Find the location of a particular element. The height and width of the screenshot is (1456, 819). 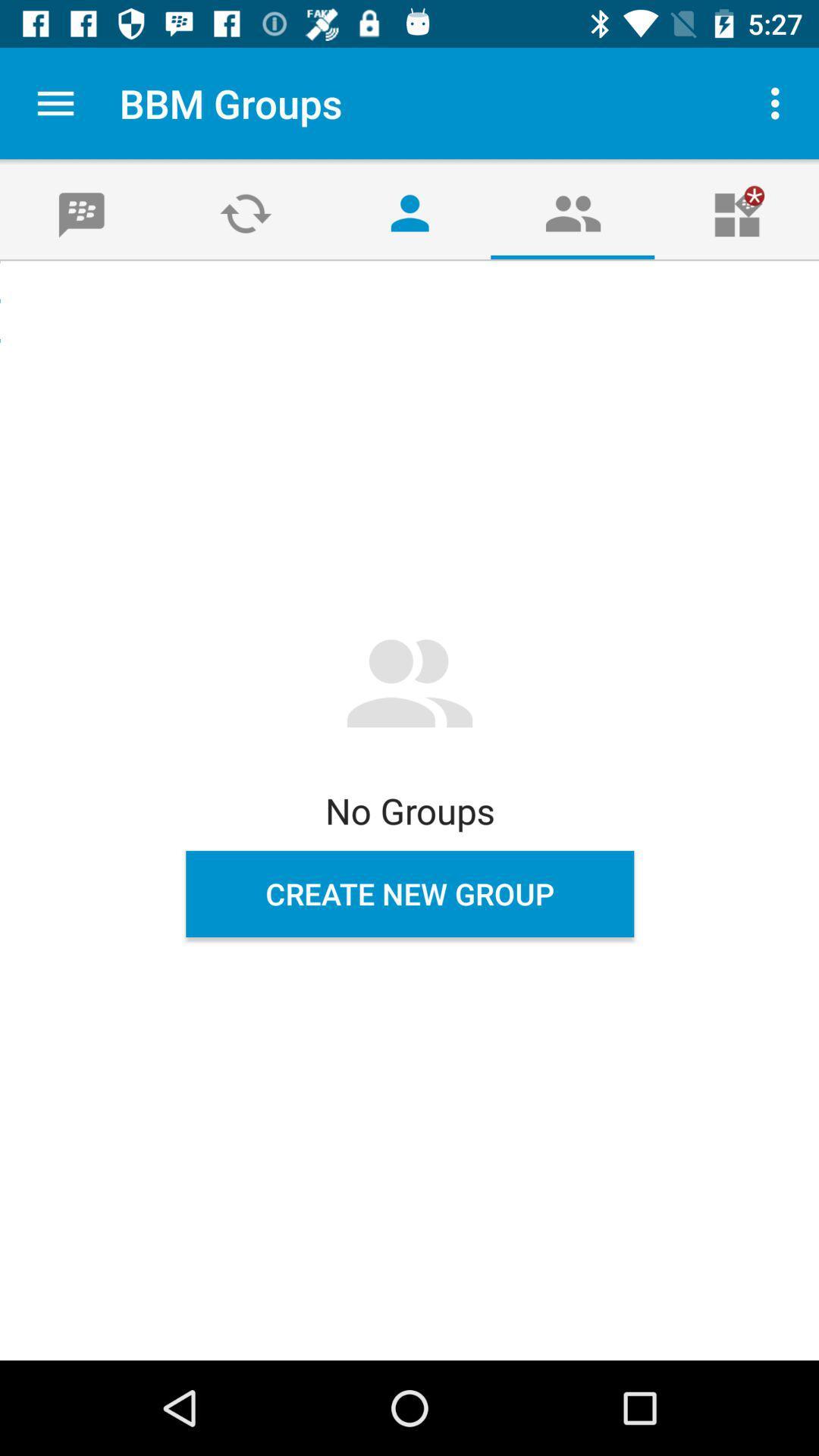

the icon to the left of the bbm groups icon is located at coordinates (55, 102).